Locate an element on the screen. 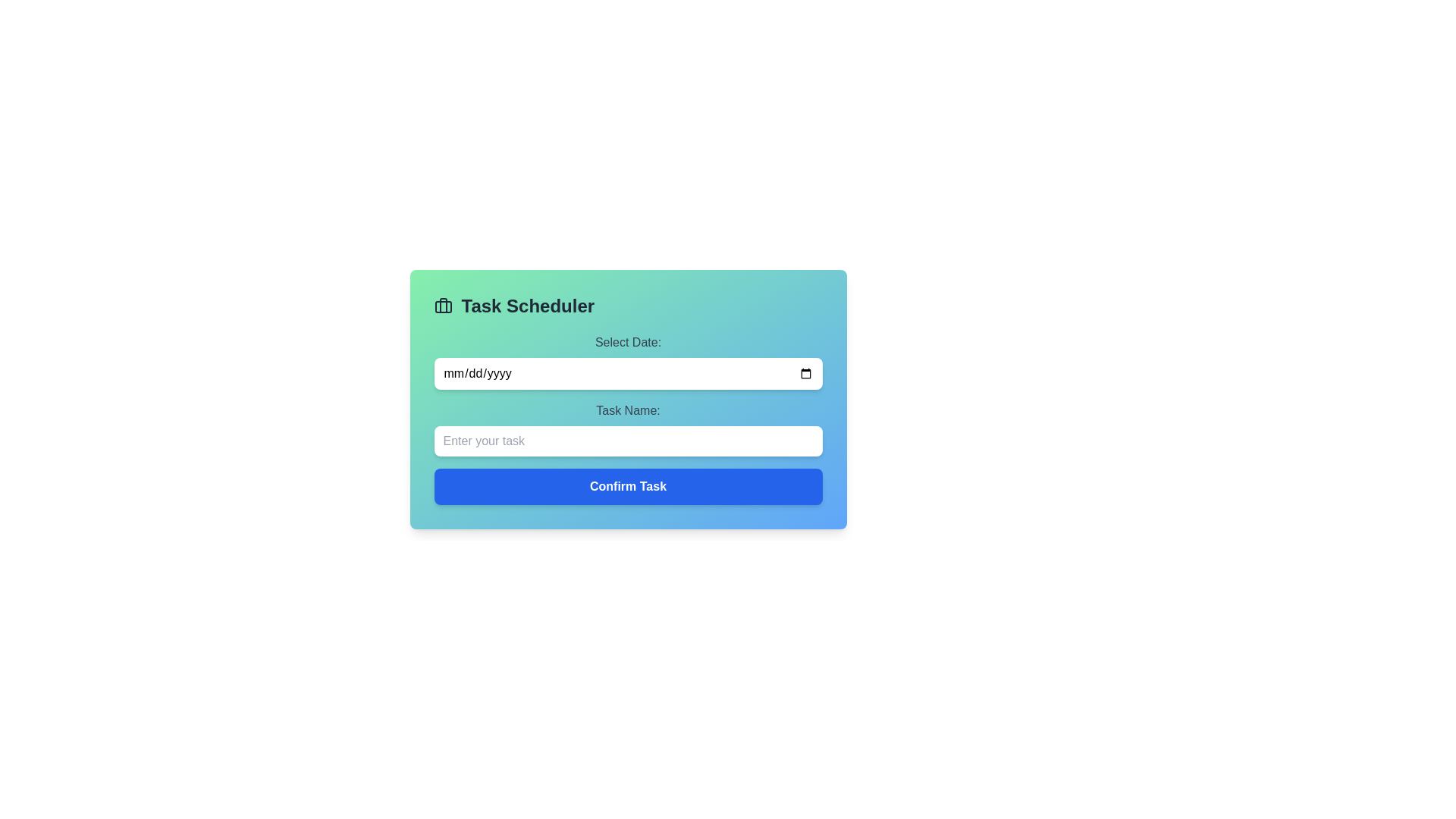 The height and width of the screenshot is (819, 1456). vertical segment of the briefcase icon, which is part of the larger SVG graphic located to the left of the 'Task Scheduler' title is located at coordinates (442, 305).